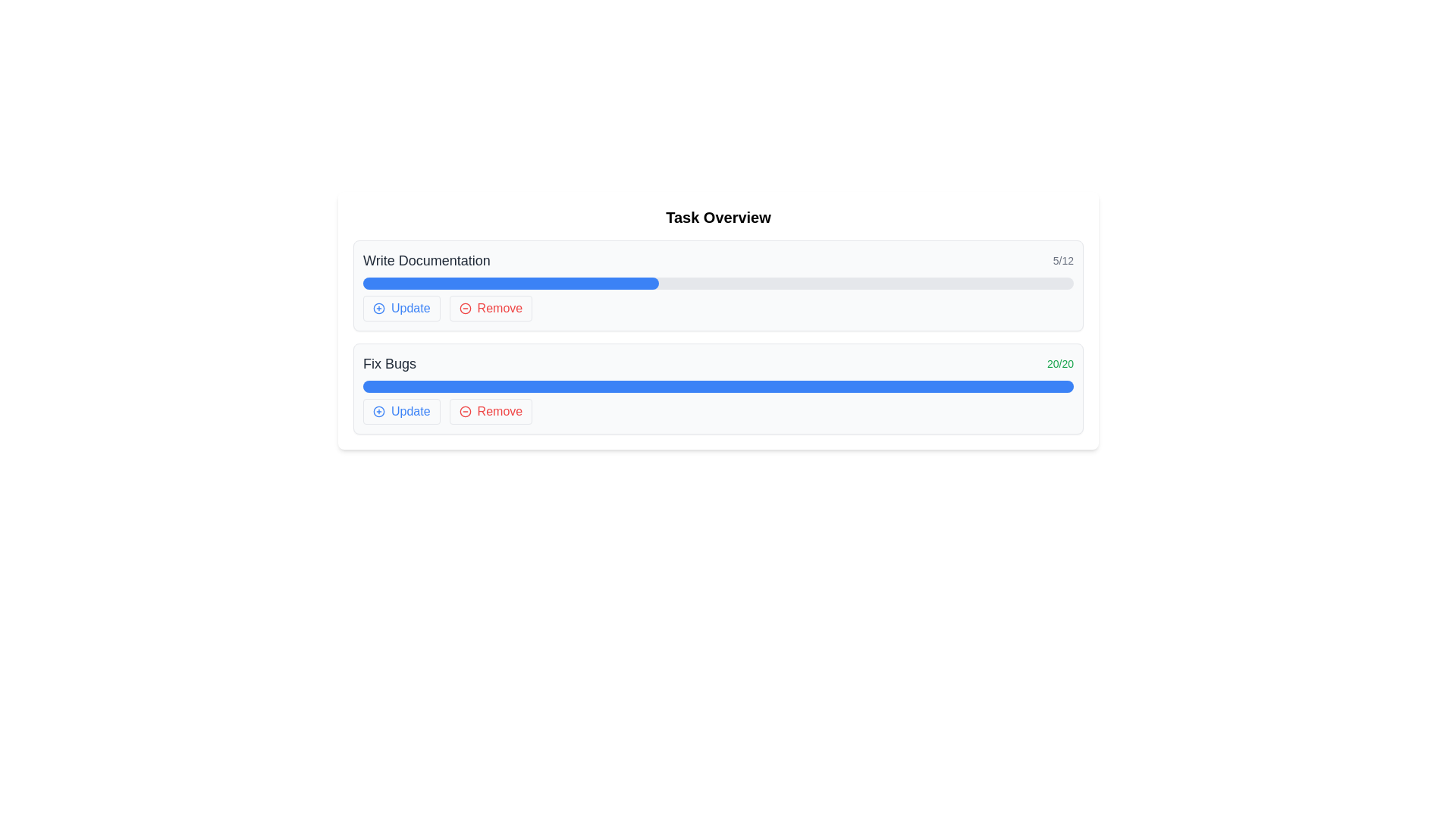 The height and width of the screenshot is (819, 1456). Describe the element at coordinates (378, 412) in the screenshot. I see `the circular icon with a border located at the top-left of the 'Fix Bugs' task row, adjacent to the 'Update' button` at that location.